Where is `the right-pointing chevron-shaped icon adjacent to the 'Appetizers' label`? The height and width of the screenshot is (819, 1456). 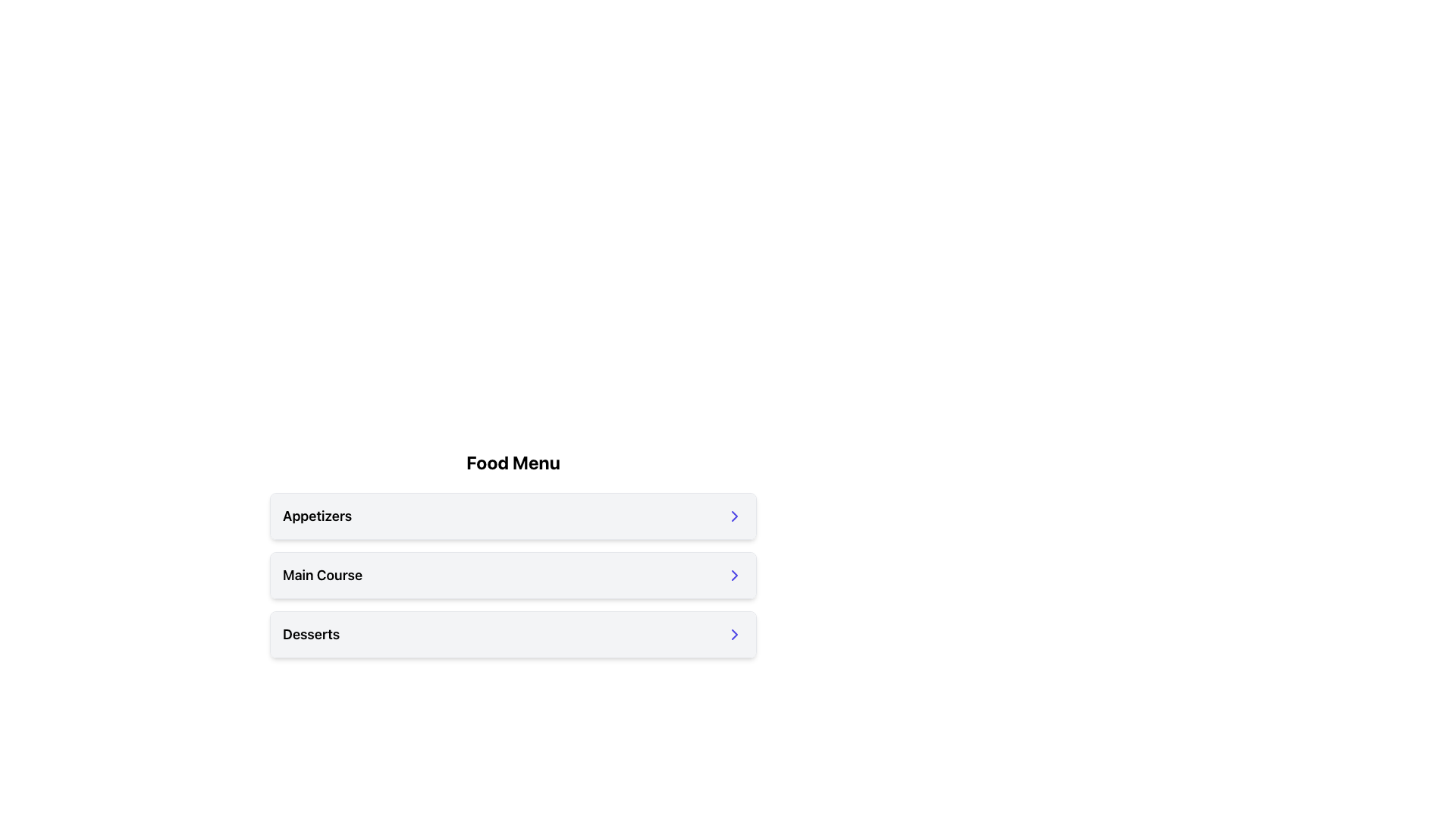 the right-pointing chevron-shaped icon adjacent to the 'Appetizers' label is located at coordinates (735, 516).